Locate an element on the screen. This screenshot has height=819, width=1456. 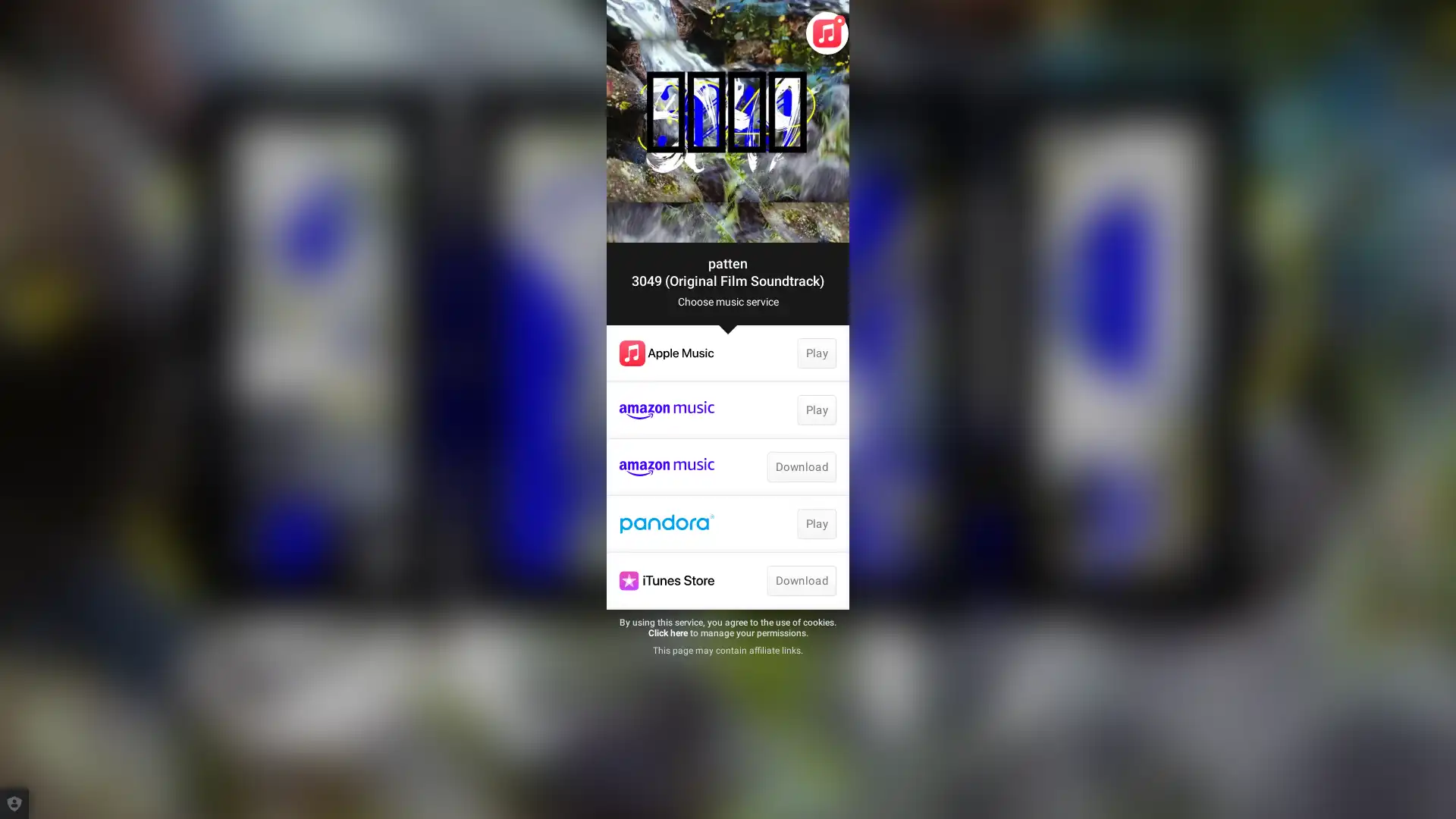
Play is located at coordinates (815, 353).